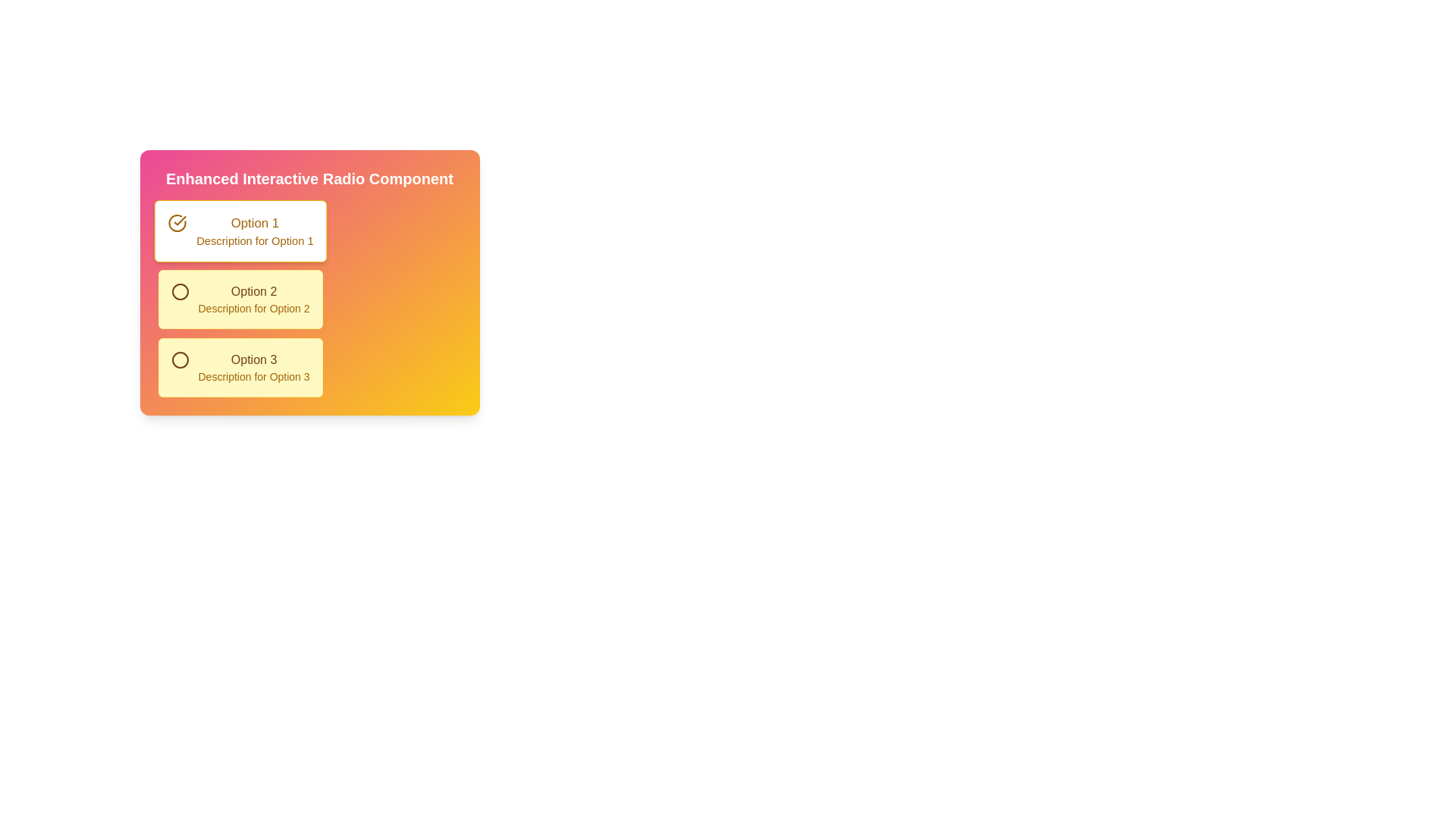  What do you see at coordinates (180, 359) in the screenshot?
I see `the state of the circular icon indicating the selection status of 'Option 3' in the radio button group` at bounding box center [180, 359].